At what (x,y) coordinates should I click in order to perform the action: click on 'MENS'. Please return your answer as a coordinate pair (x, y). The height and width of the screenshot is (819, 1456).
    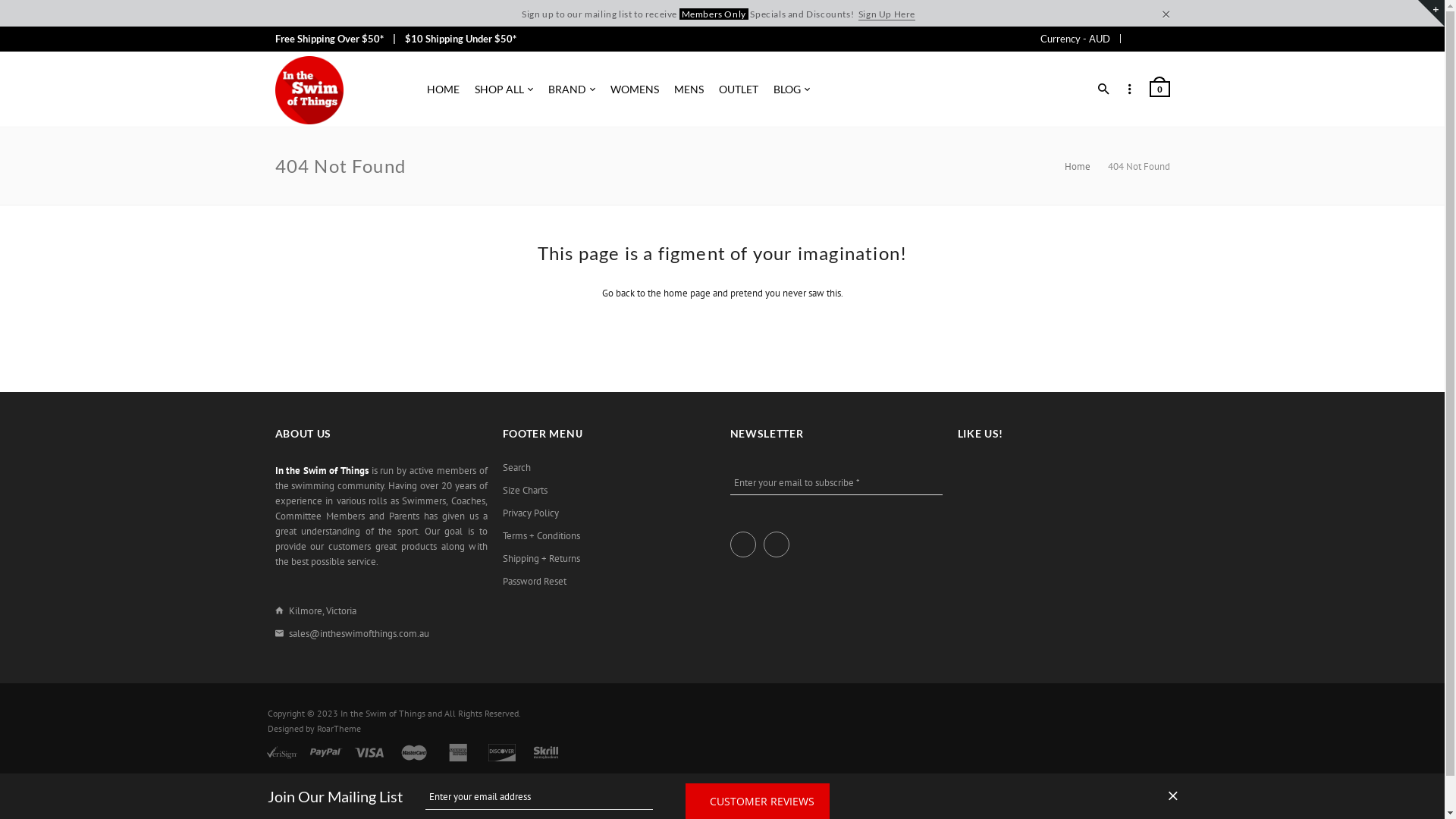
    Looking at the image, I should click on (687, 89).